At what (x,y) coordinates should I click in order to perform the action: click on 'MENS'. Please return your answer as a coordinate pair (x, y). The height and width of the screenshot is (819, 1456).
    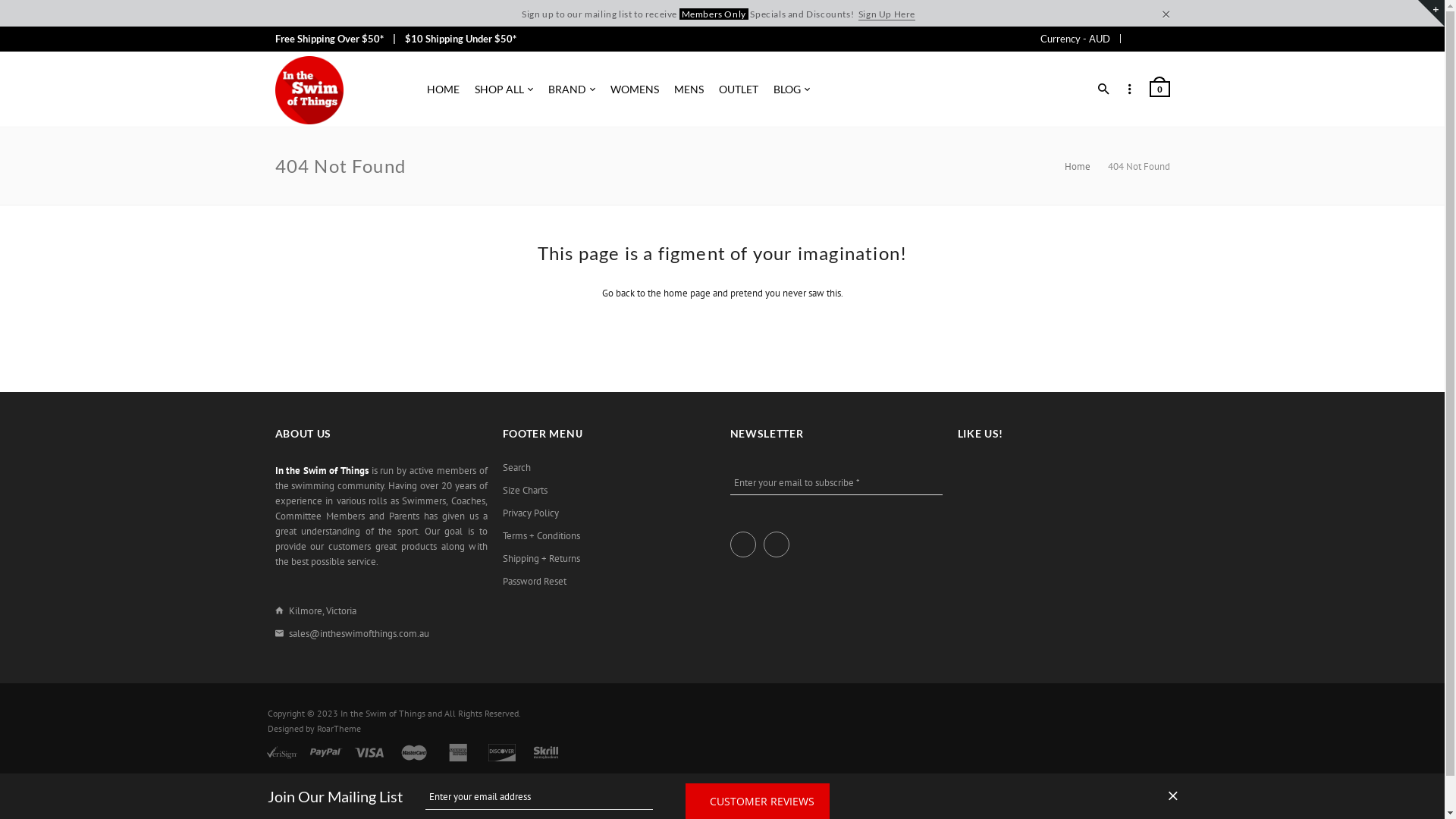
    Looking at the image, I should click on (687, 89).